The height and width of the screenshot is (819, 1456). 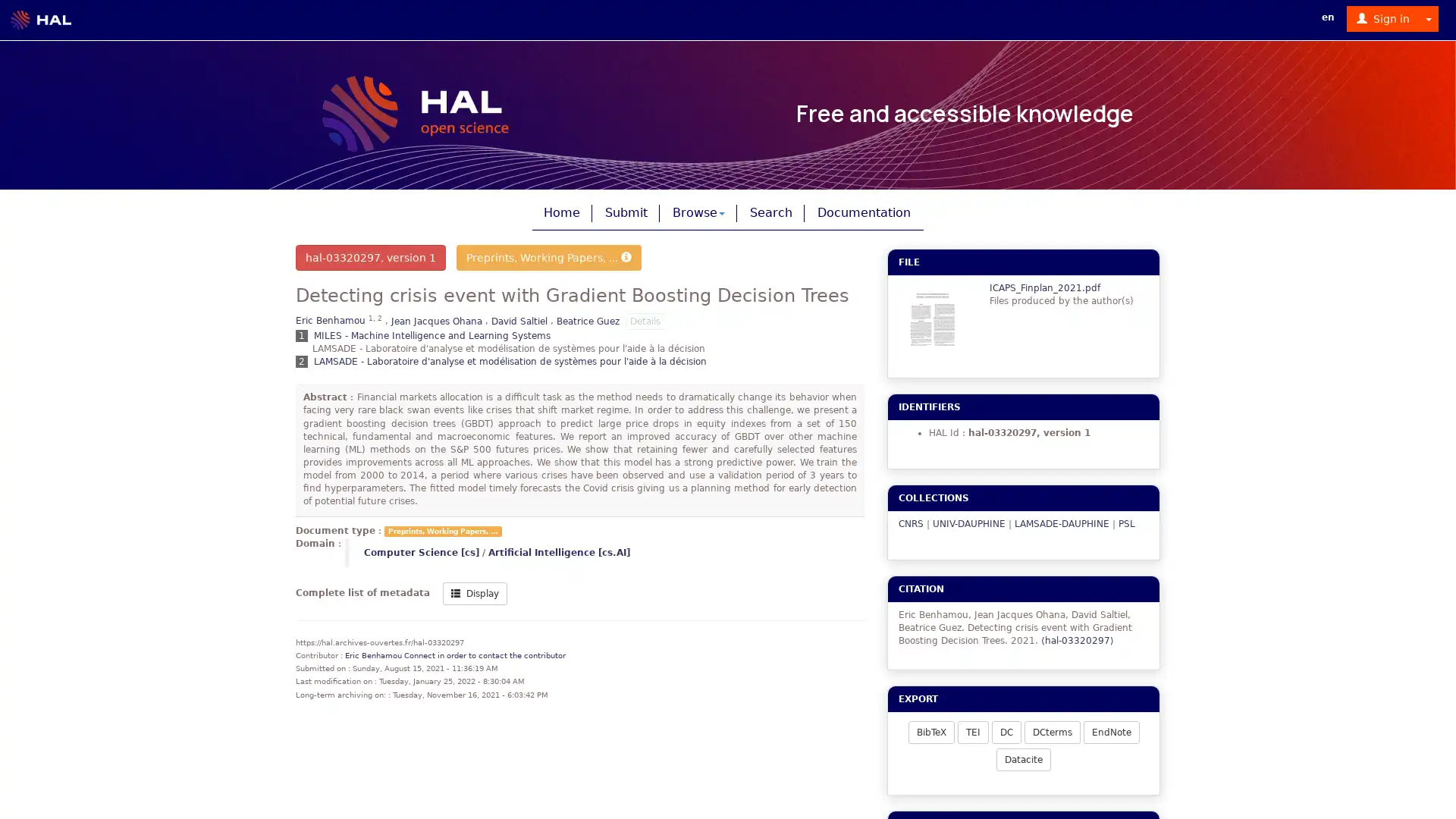 I want to click on Display, so click(x=474, y=592).